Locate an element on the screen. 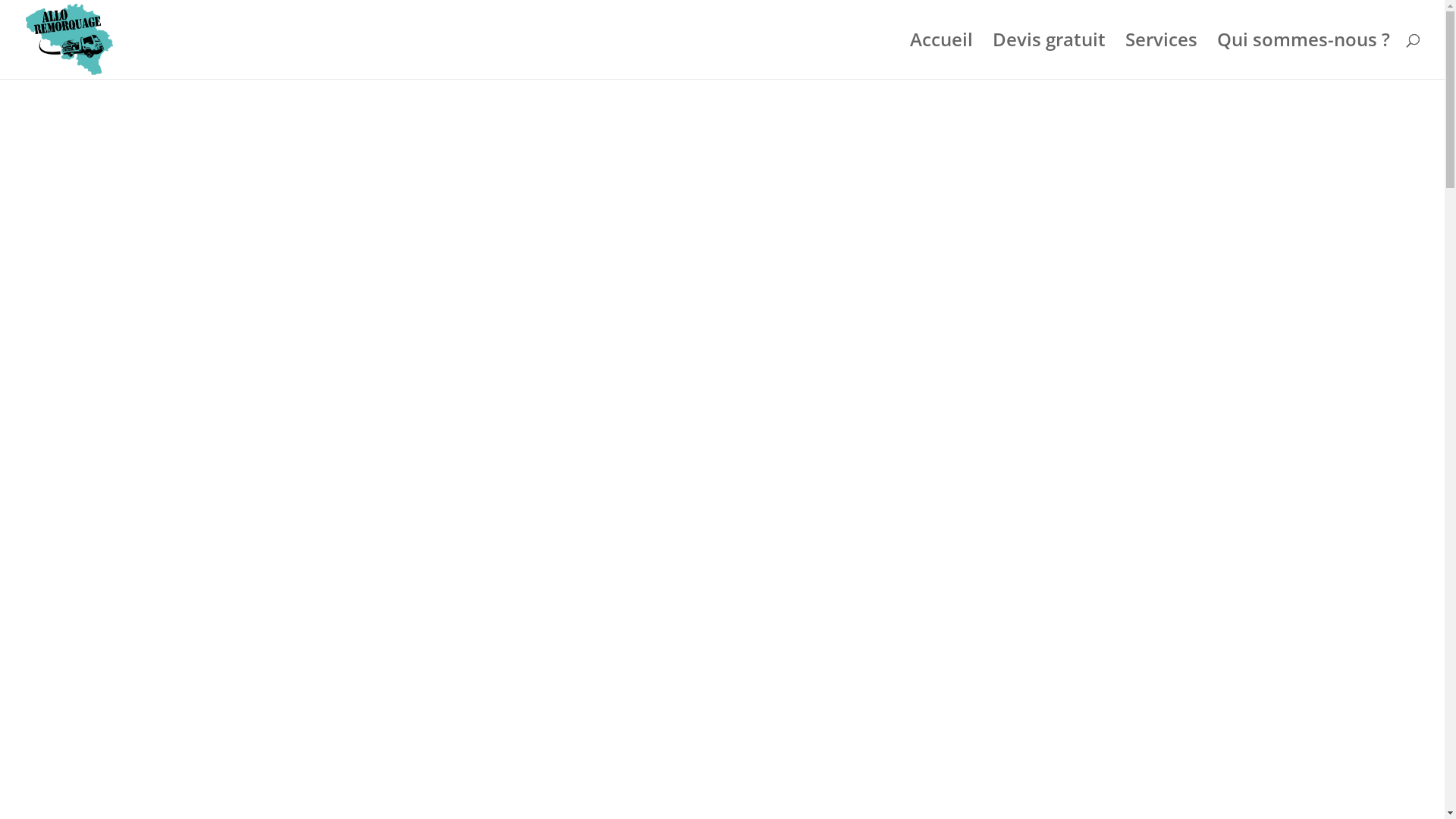  'Qui sommes-nous ?' is located at coordinates (1302, 55).